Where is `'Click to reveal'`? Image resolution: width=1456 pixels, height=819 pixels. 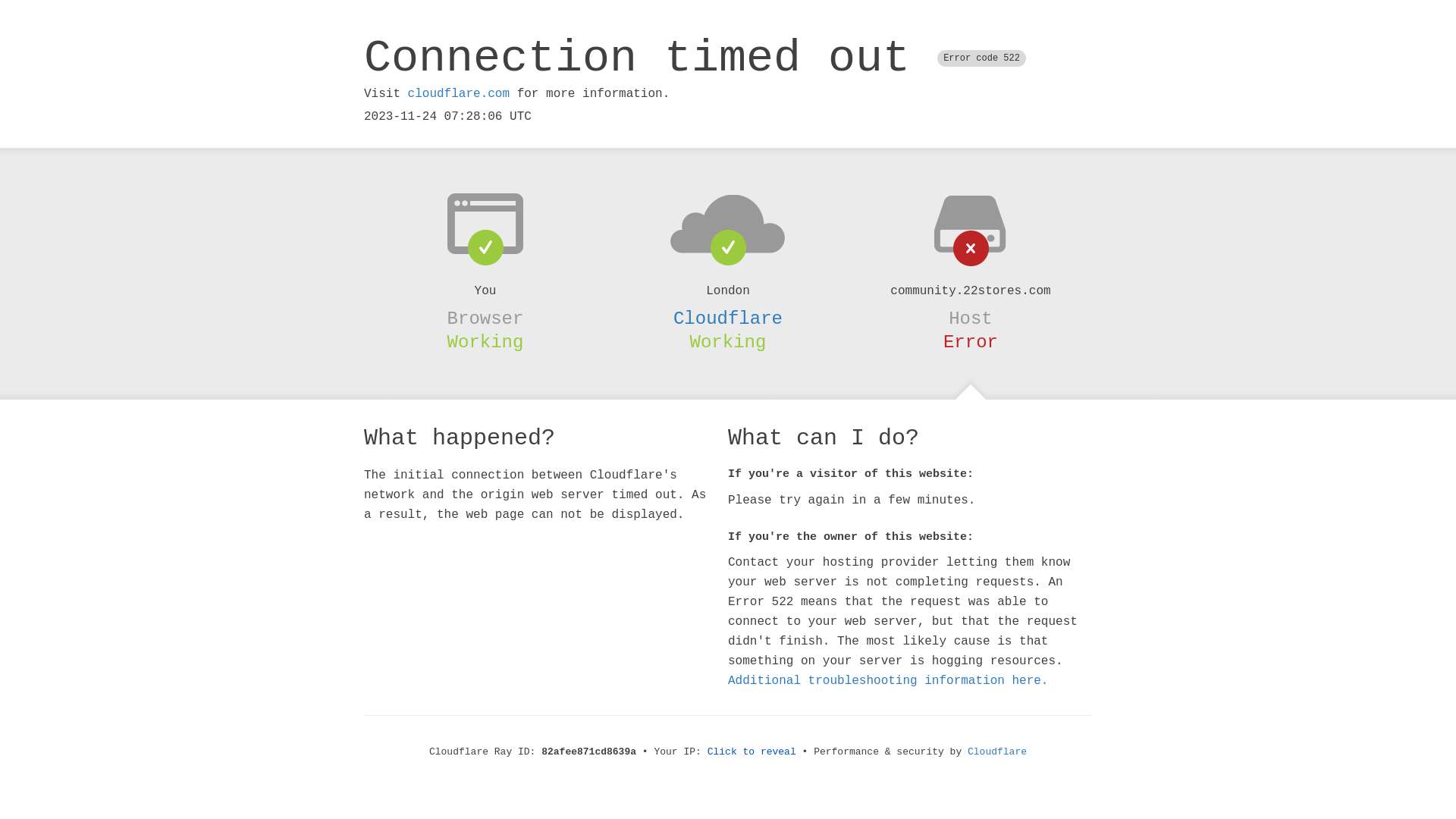 'Click to reveal' is located at coordinates (706, 752).